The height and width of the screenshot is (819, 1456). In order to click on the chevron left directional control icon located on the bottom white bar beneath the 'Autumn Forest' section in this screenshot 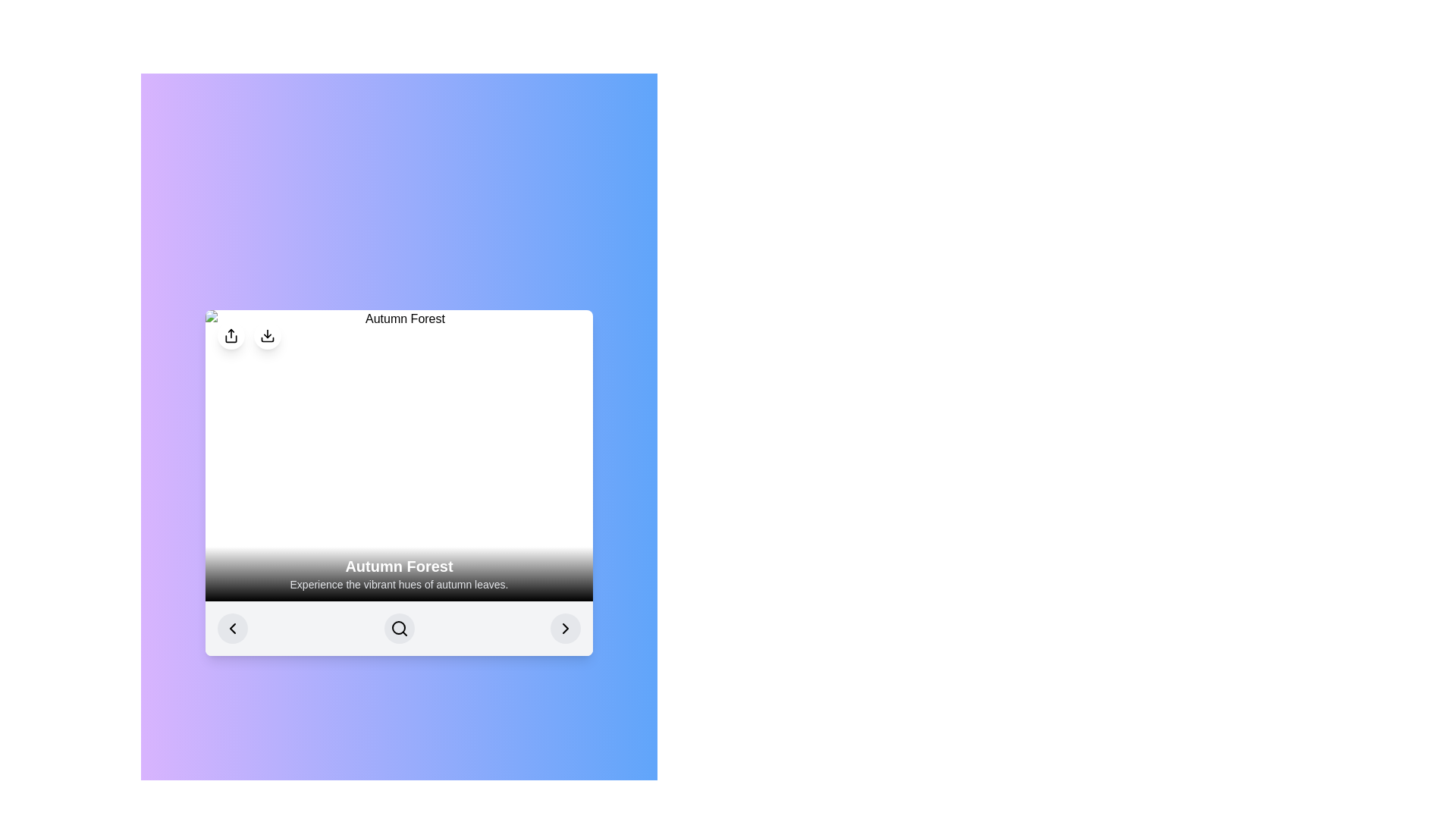, I will do `click(232, 629)`.